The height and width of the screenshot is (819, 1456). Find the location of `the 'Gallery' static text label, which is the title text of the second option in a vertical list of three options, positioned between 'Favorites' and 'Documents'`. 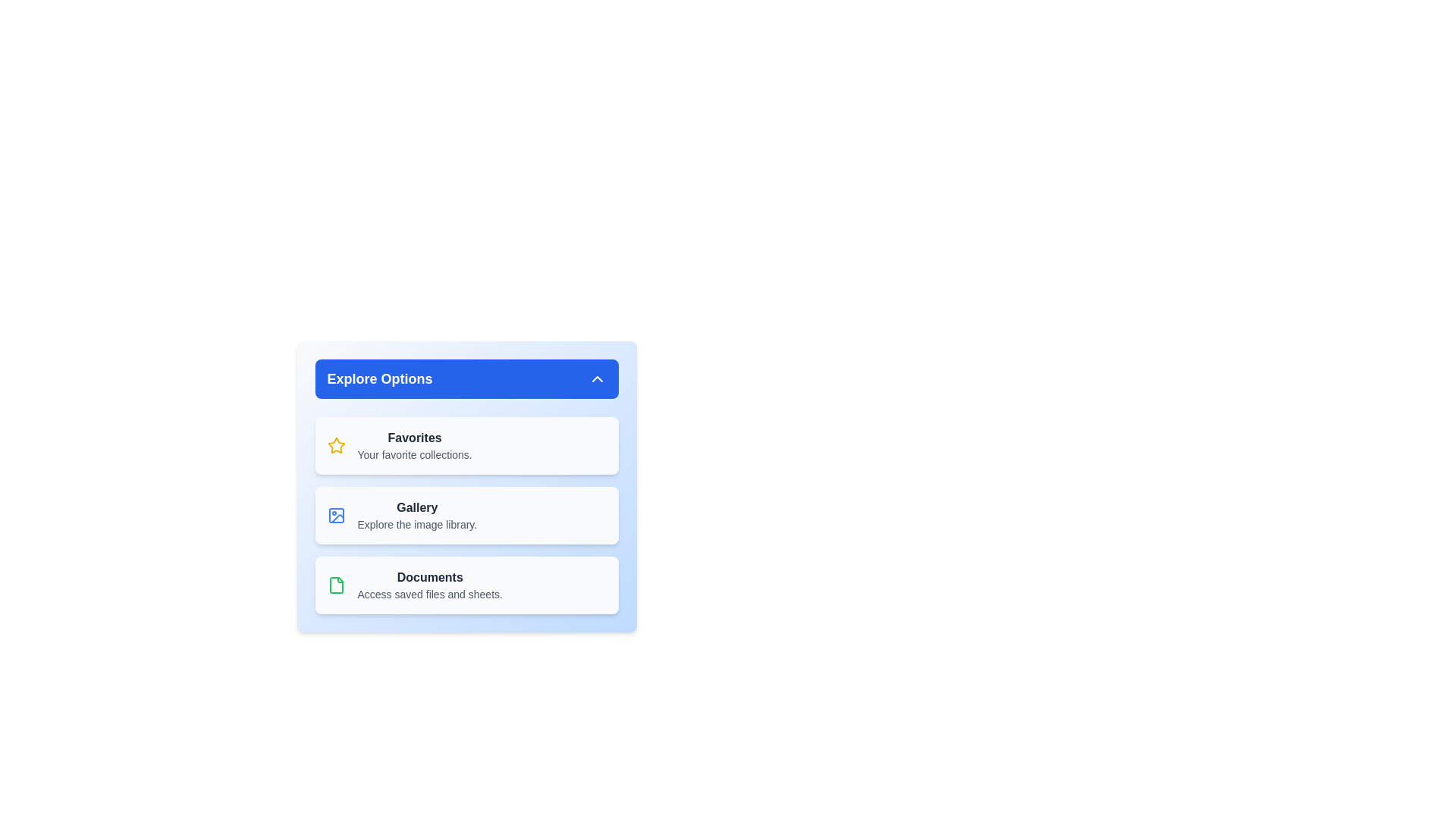

the 'Gallery' static text label, which is the title text of the second option in a vertical list of three options, positioned between 'Favorites' and 'Documents' is located at coordinates (417, 508).